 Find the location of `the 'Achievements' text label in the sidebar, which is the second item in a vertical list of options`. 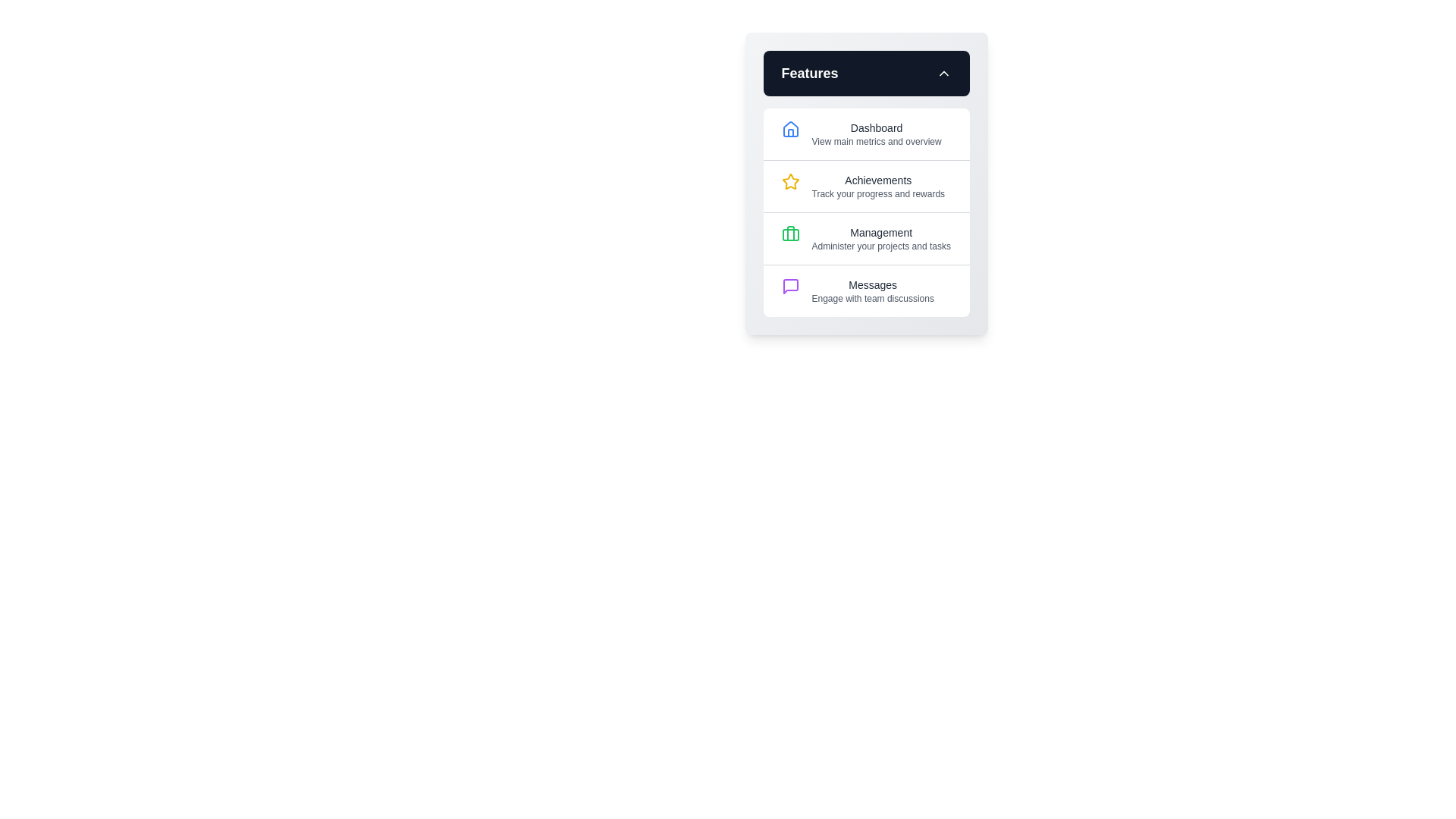

the 'Achievements' text label in the sidebar, which is the second item in a vertical list of options is located at coordinates (878, 180).